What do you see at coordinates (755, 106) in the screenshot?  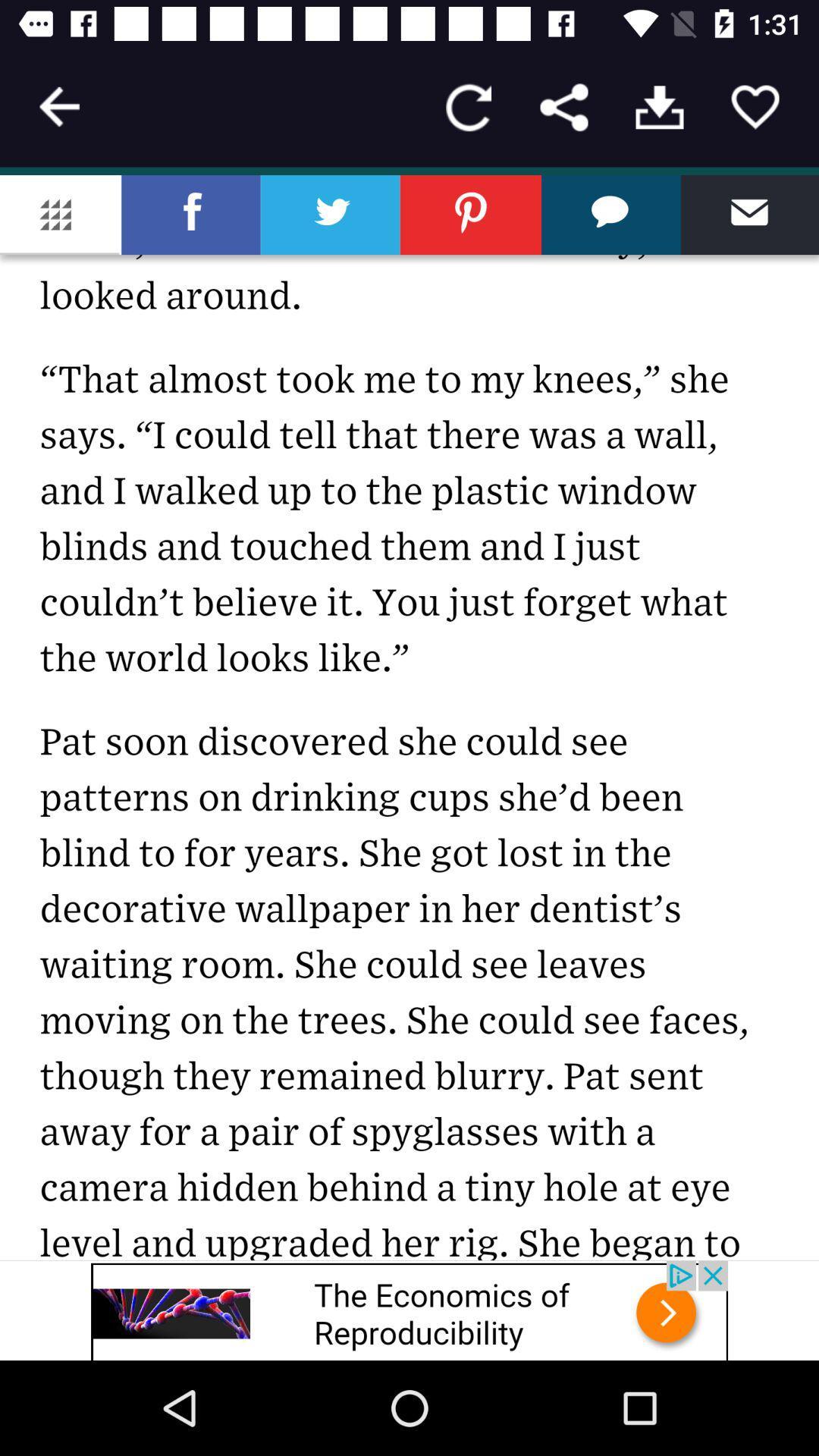 I see `the favorite icon` at bounding box center [755, 106].